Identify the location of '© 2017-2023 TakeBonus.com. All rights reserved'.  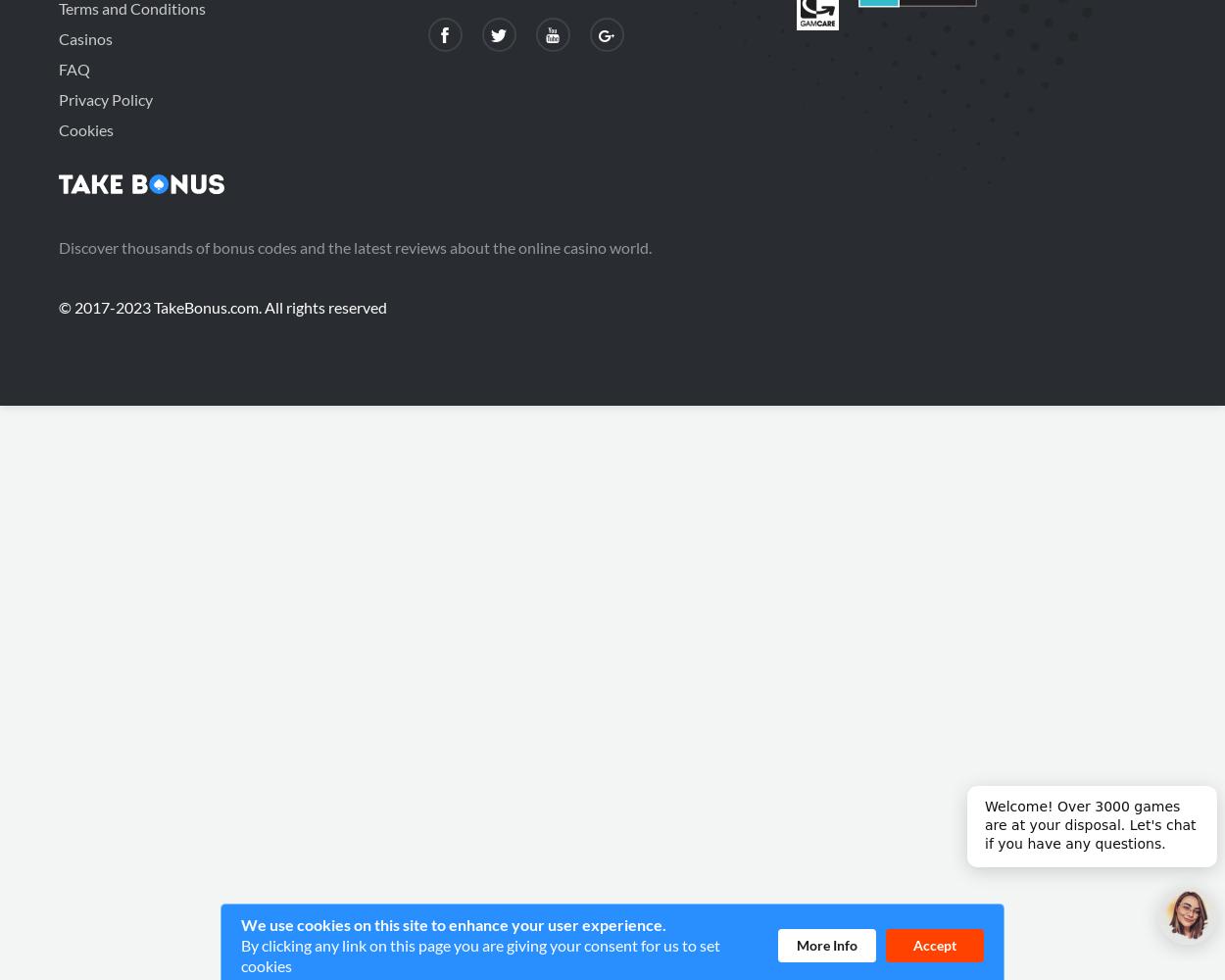
(221, 306).